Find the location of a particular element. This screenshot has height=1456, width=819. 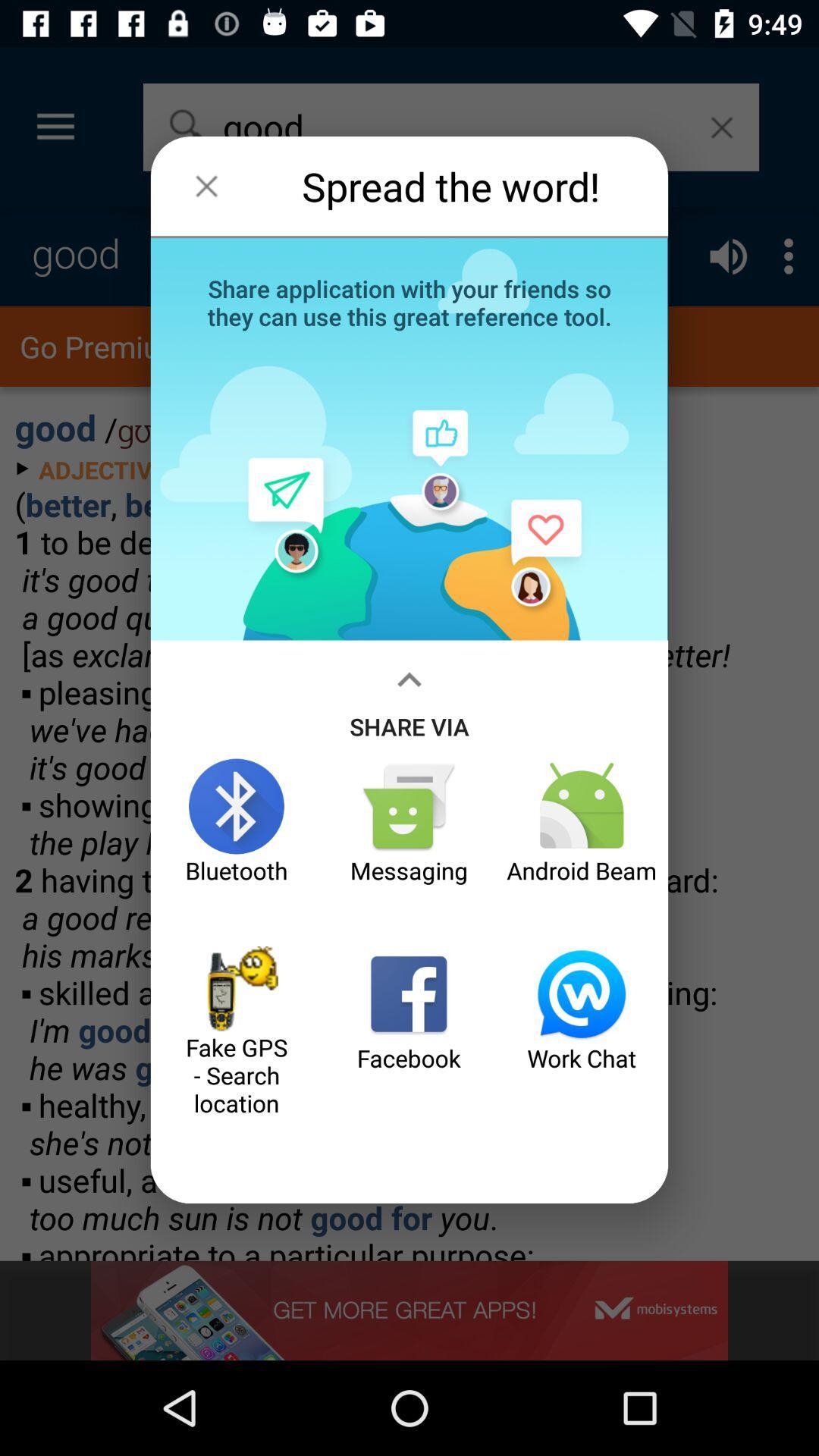

the item to the left of spread the word! icon is located at coordinates (206, 185).